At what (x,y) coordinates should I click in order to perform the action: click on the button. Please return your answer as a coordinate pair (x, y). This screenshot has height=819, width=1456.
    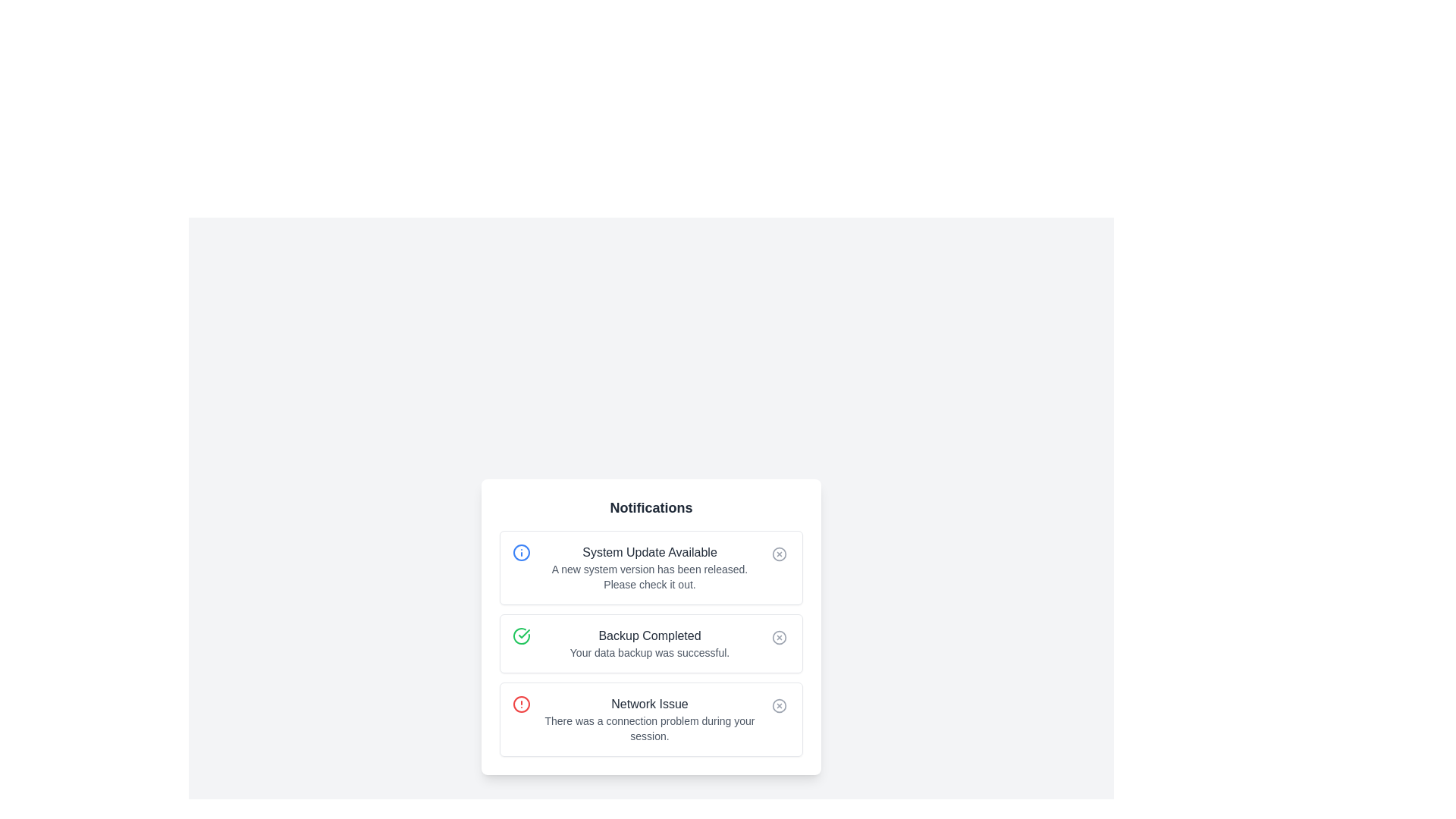
    Looking at the image, I should click on (779, 554).